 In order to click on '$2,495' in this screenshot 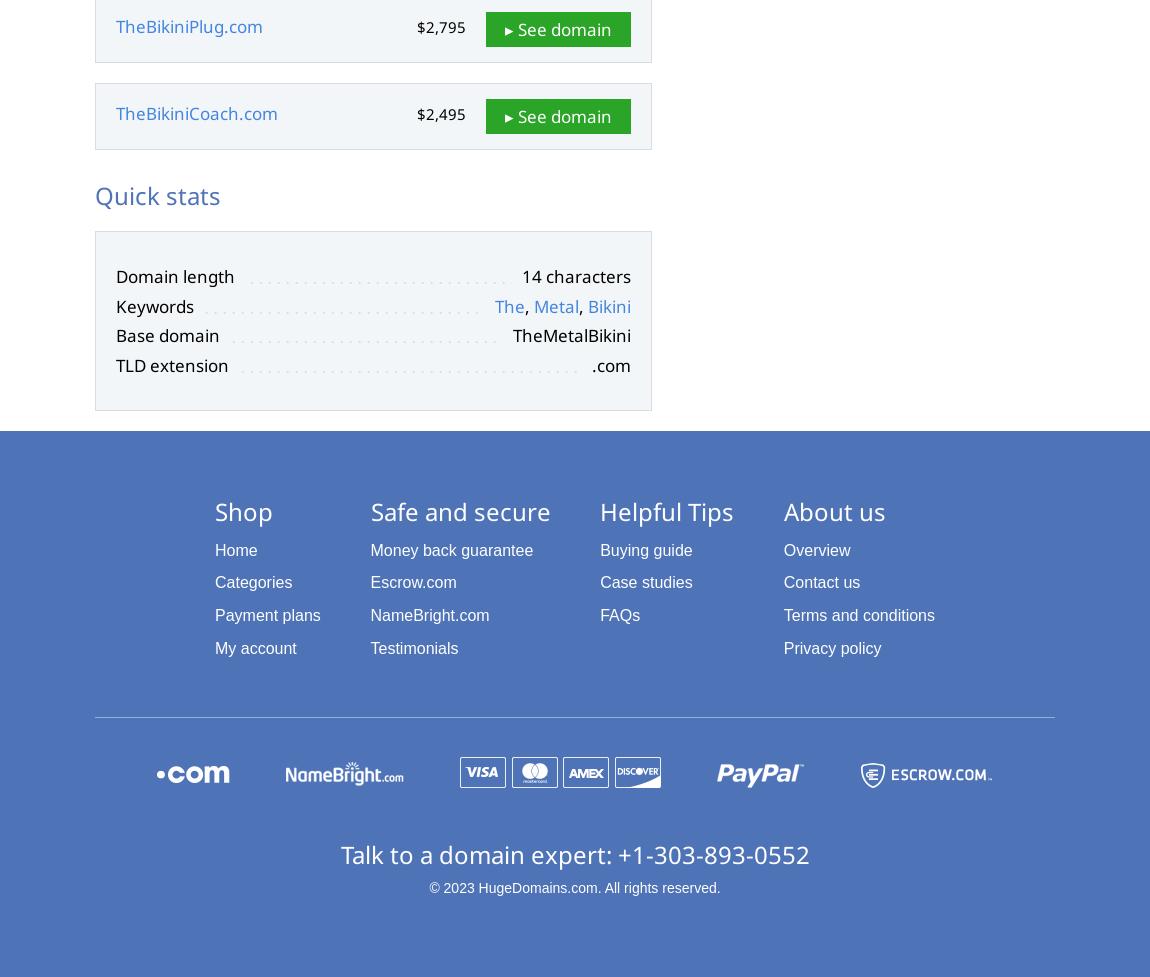, I will do `click(416, 114)`.